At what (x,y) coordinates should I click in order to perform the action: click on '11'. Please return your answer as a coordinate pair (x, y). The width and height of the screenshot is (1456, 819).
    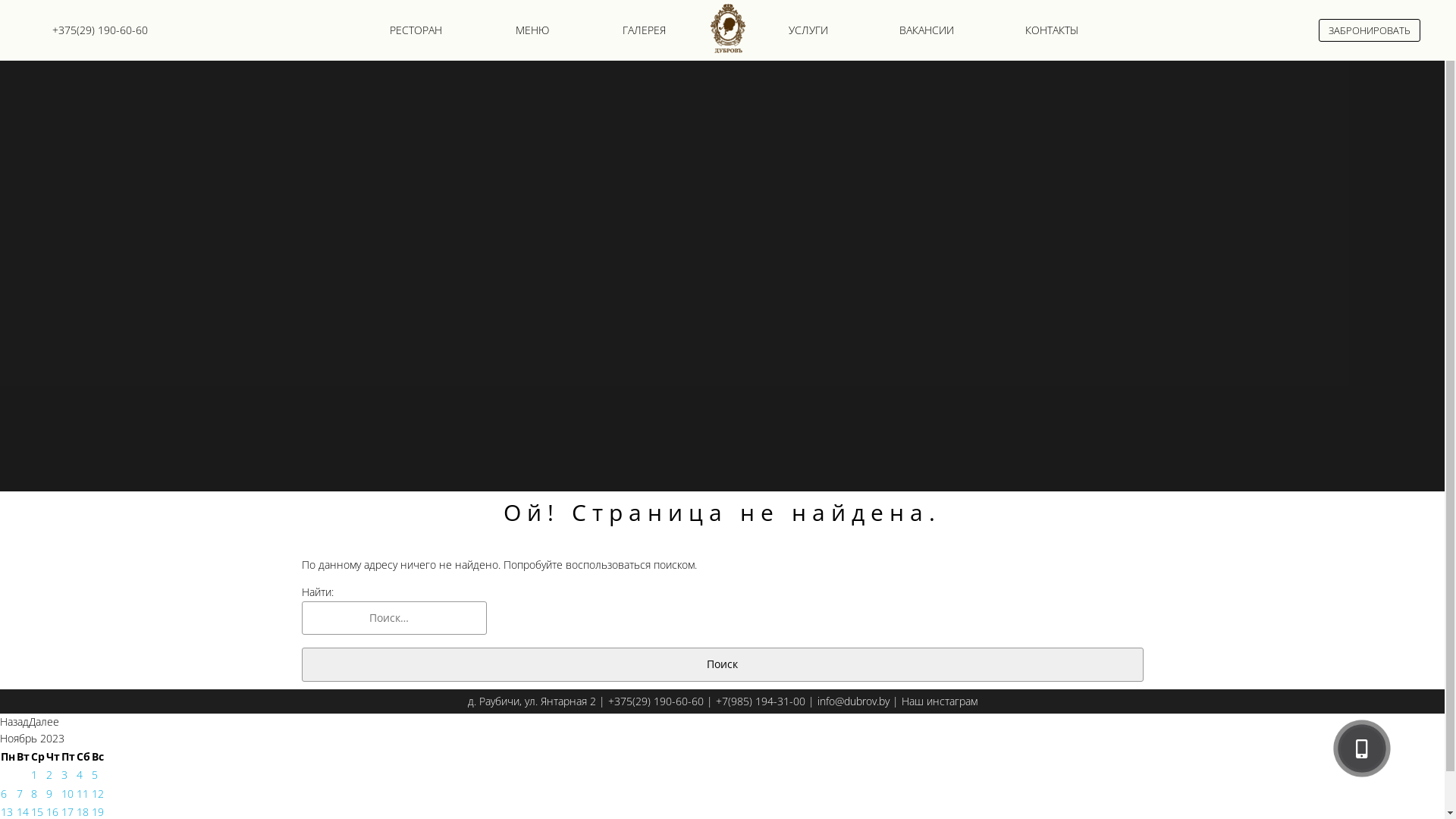
    Looking at the image, I should click on (75, 792).